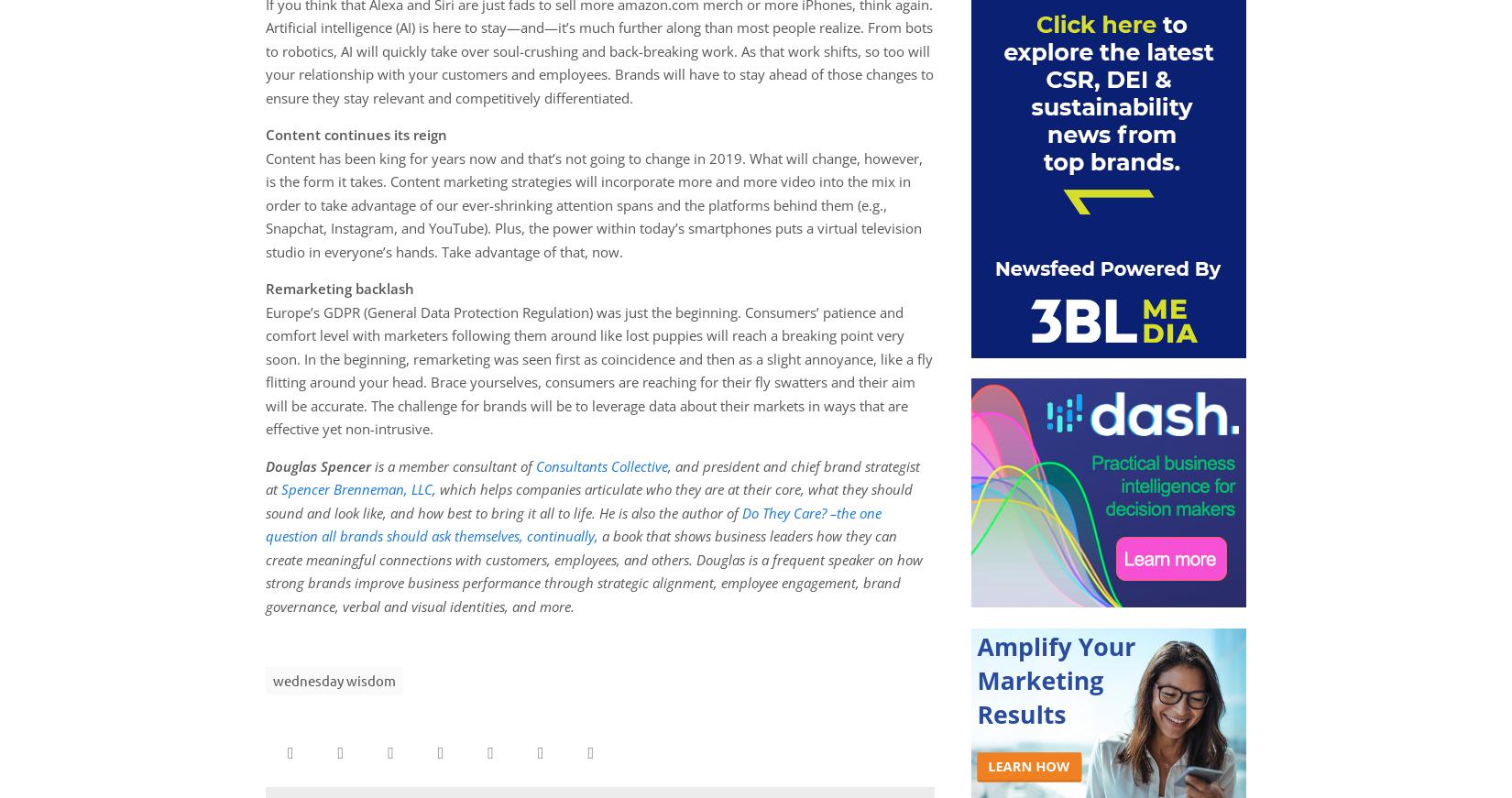  What do you see at coordinates (266, 523) in the screenshot?
I see `'Do They Care? –the one question all brands should ask themselves, continually,'` at bounding box center [266, 523].